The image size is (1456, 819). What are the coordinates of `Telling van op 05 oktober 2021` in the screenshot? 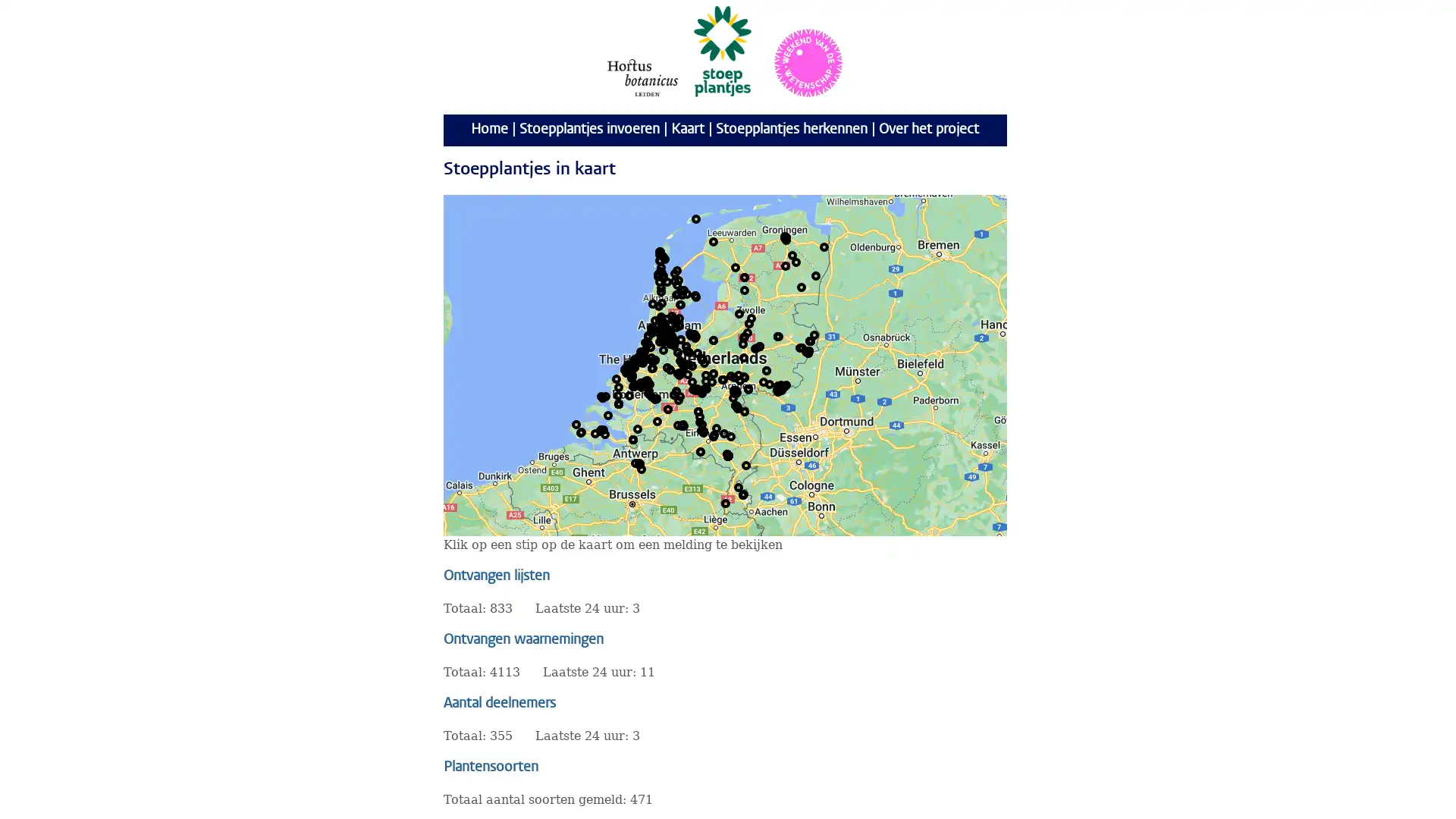 It's located at (664, 332).